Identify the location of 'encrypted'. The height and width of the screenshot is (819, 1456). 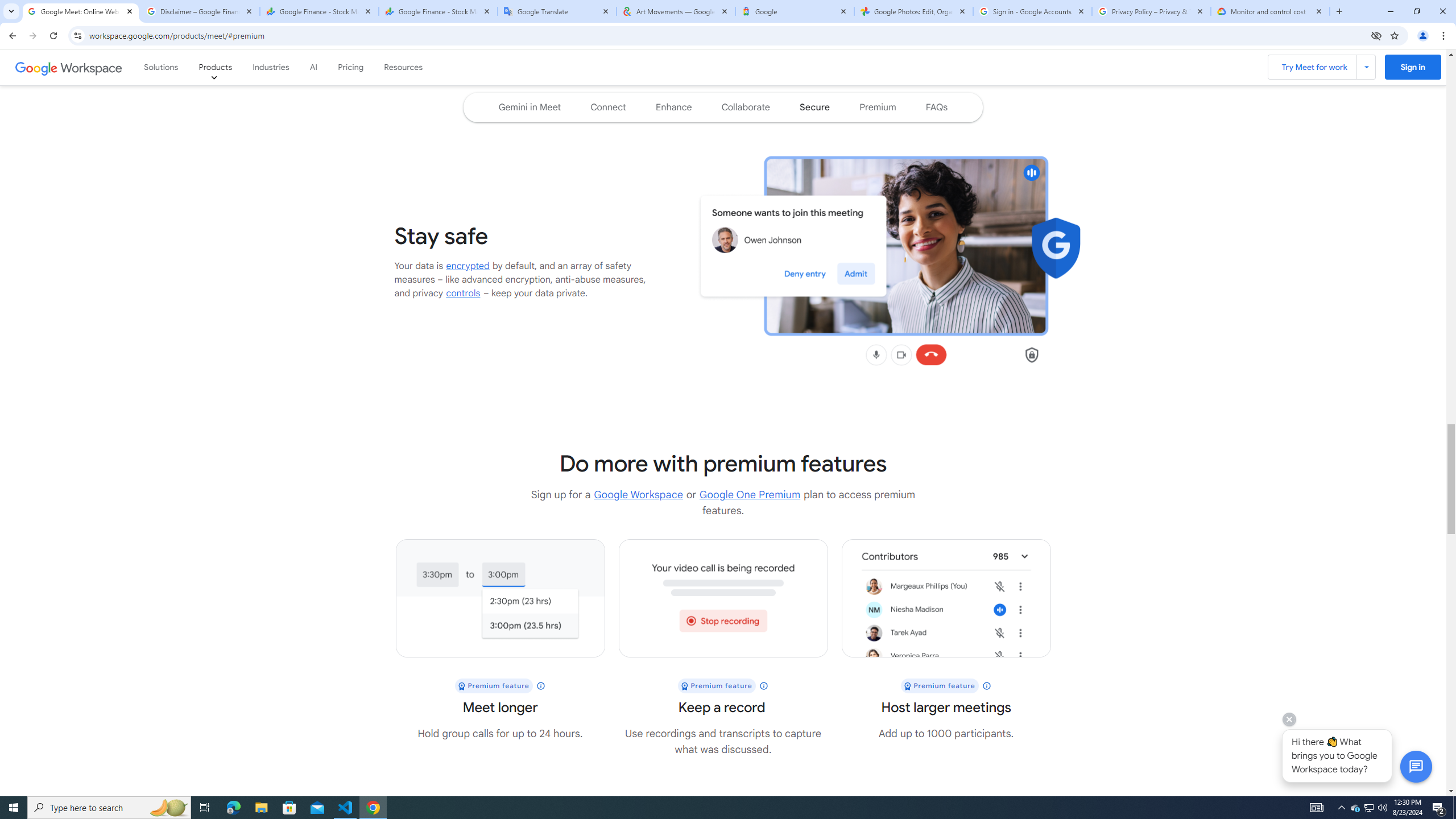
(468, 266).